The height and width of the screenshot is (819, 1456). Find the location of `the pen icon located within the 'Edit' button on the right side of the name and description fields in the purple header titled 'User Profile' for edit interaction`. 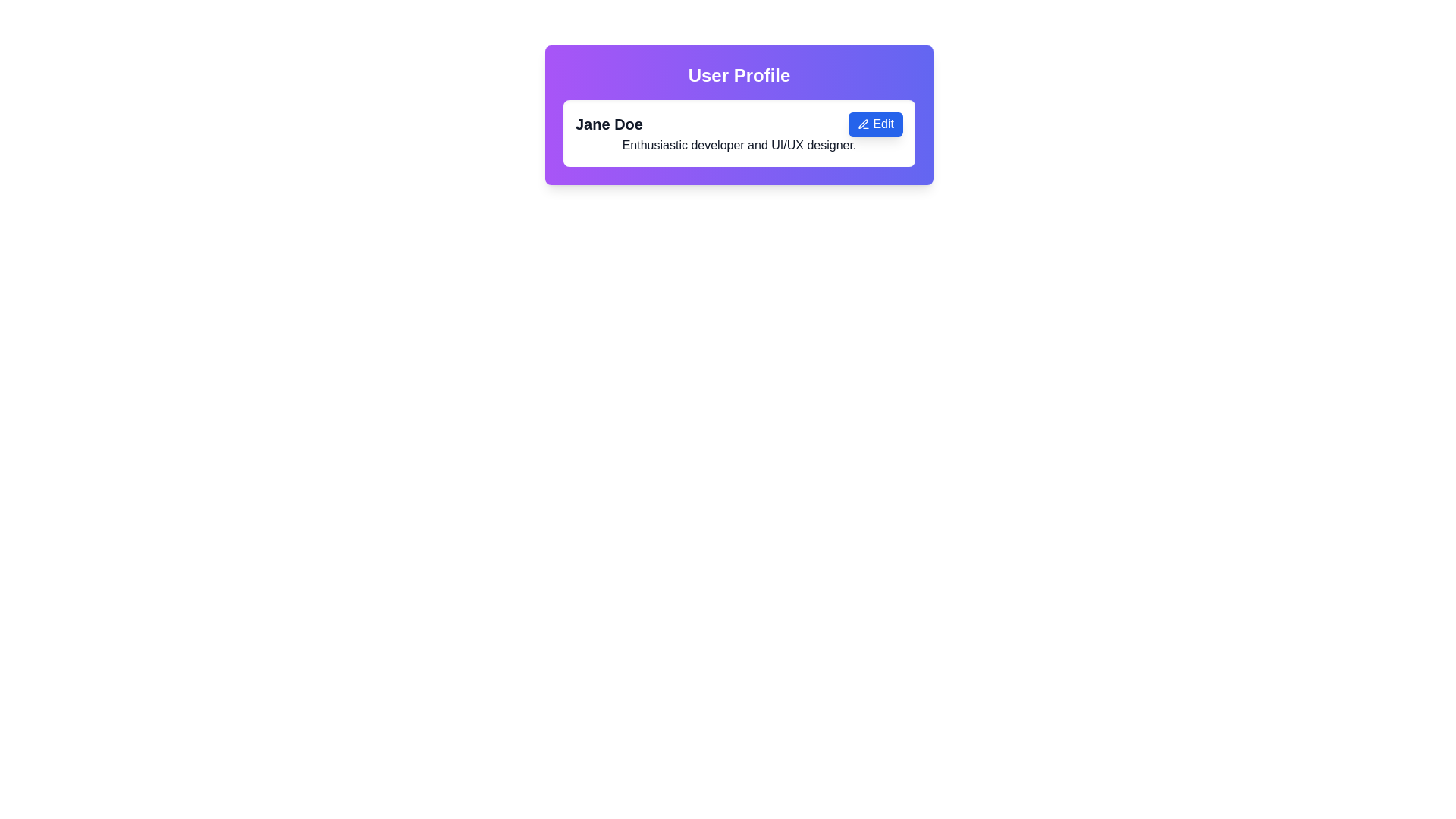

the pen icon located within the 'Edit' button on the right side of the name and description fields in the purple header titled 'User Profile' for edit interaction is located at coordinates (864, 123).